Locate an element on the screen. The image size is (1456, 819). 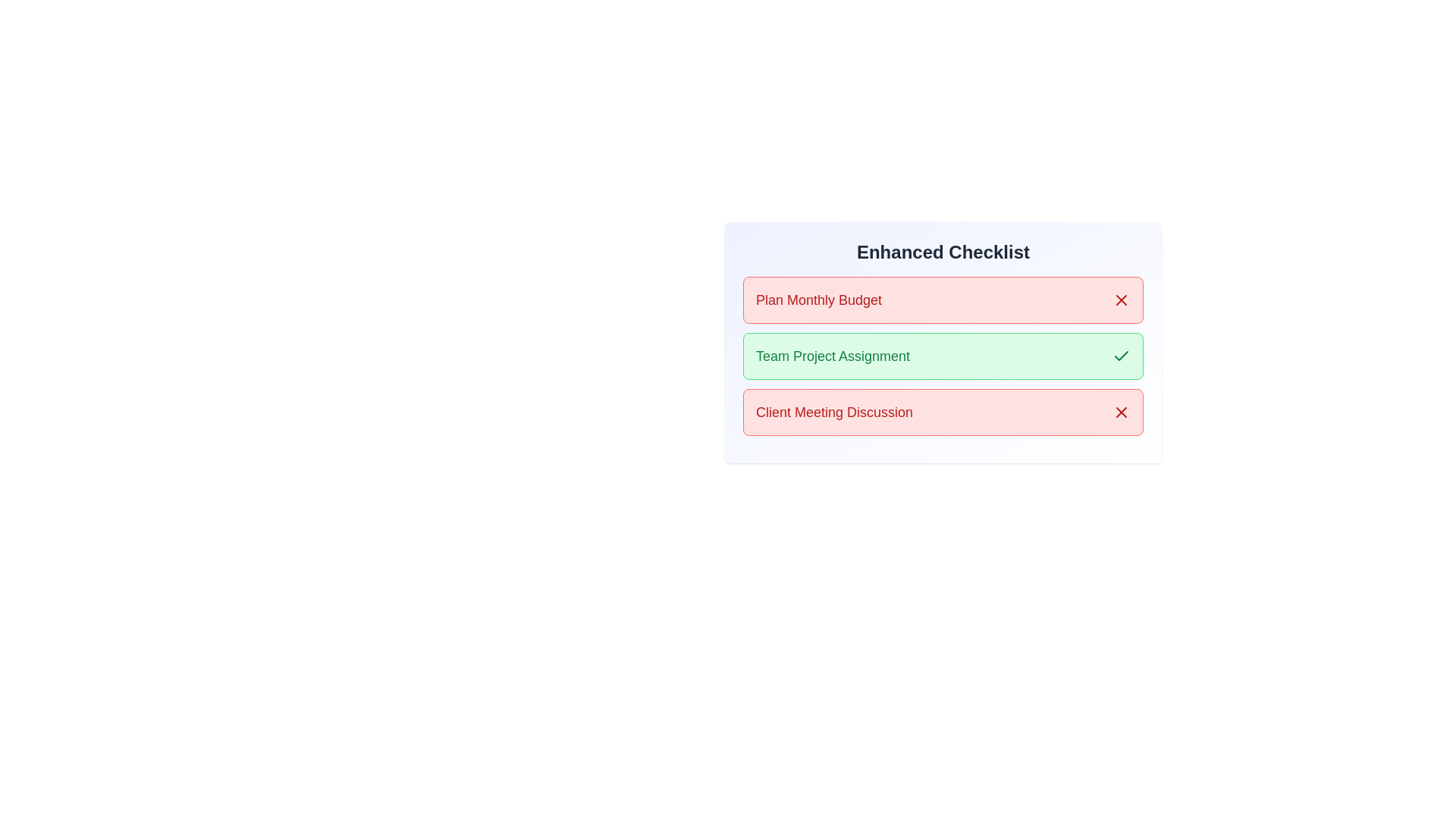
the dismiss button for the 'Client Meeting Discussion' item in the checklist to receive additional visual feedback is located at coordinates (1121, 412).